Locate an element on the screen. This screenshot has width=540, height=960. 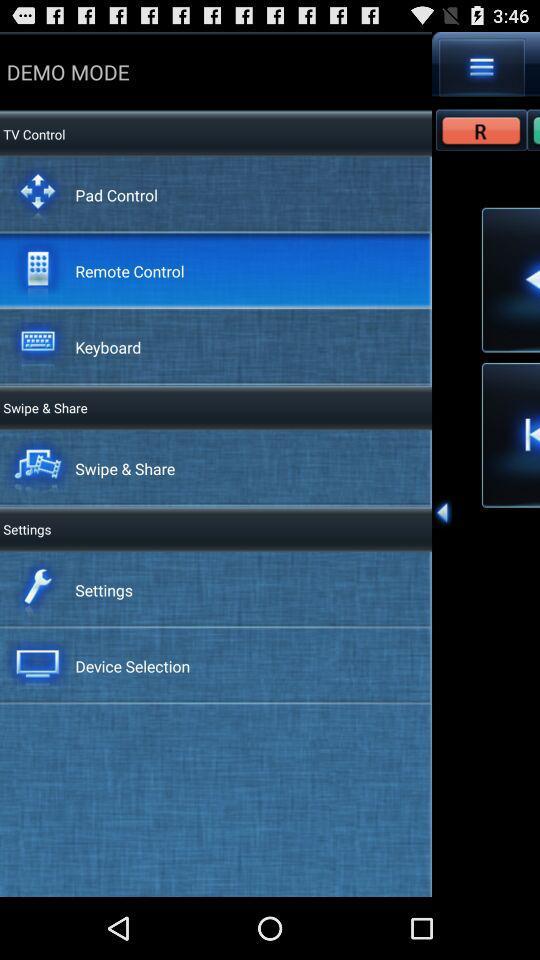
the  tv control is located at coordinates (31, 133).